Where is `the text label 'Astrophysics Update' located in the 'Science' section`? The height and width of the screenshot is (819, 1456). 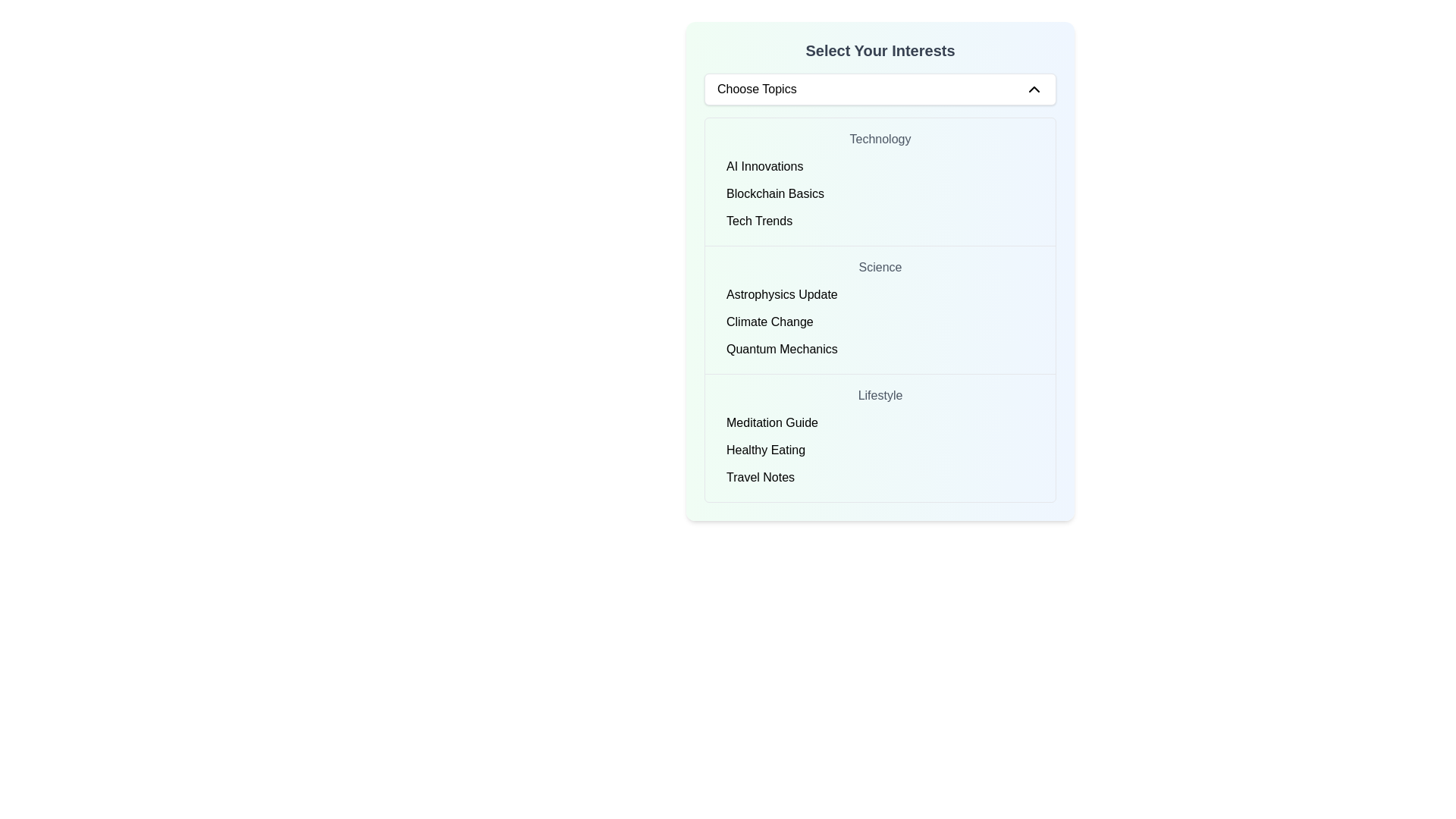
the text label 'Astrophysics Update' located in the 'Science' section is located at coordinates (782, 295).